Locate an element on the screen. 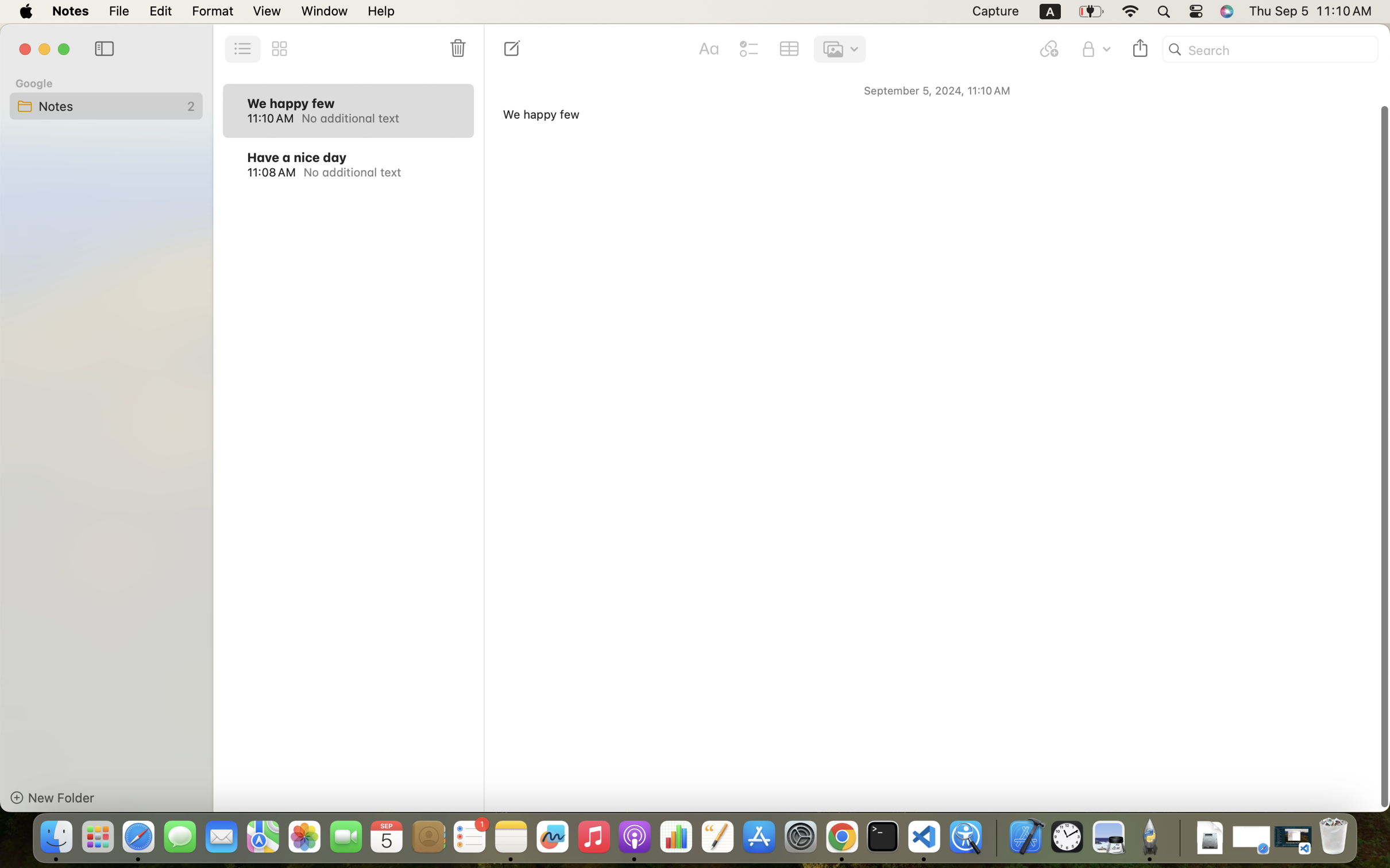  '11:08 AM' is located at coordinates (271, 172).